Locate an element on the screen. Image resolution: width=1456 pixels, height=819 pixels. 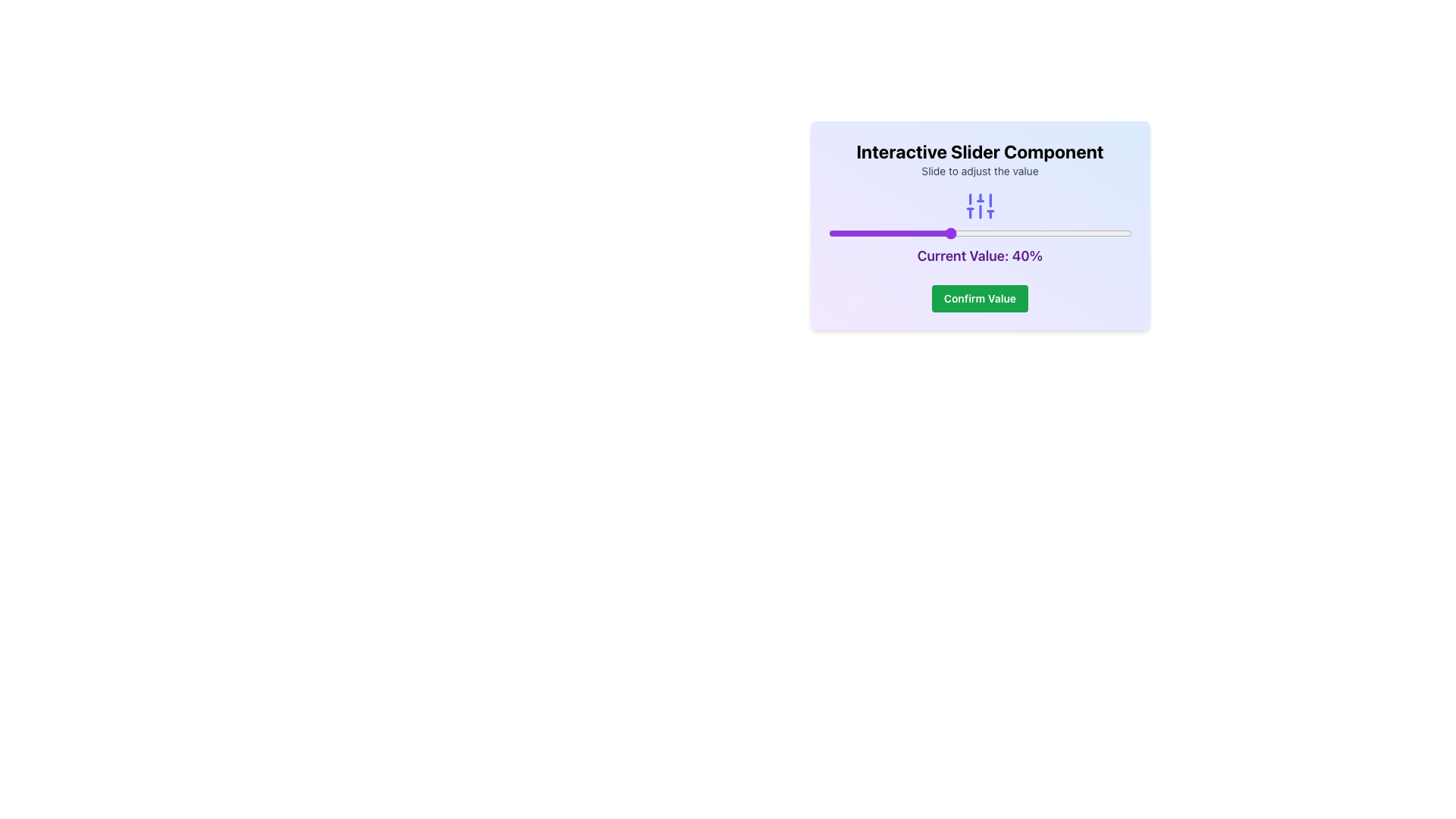
the slider is located at coordinates (1104, 234).